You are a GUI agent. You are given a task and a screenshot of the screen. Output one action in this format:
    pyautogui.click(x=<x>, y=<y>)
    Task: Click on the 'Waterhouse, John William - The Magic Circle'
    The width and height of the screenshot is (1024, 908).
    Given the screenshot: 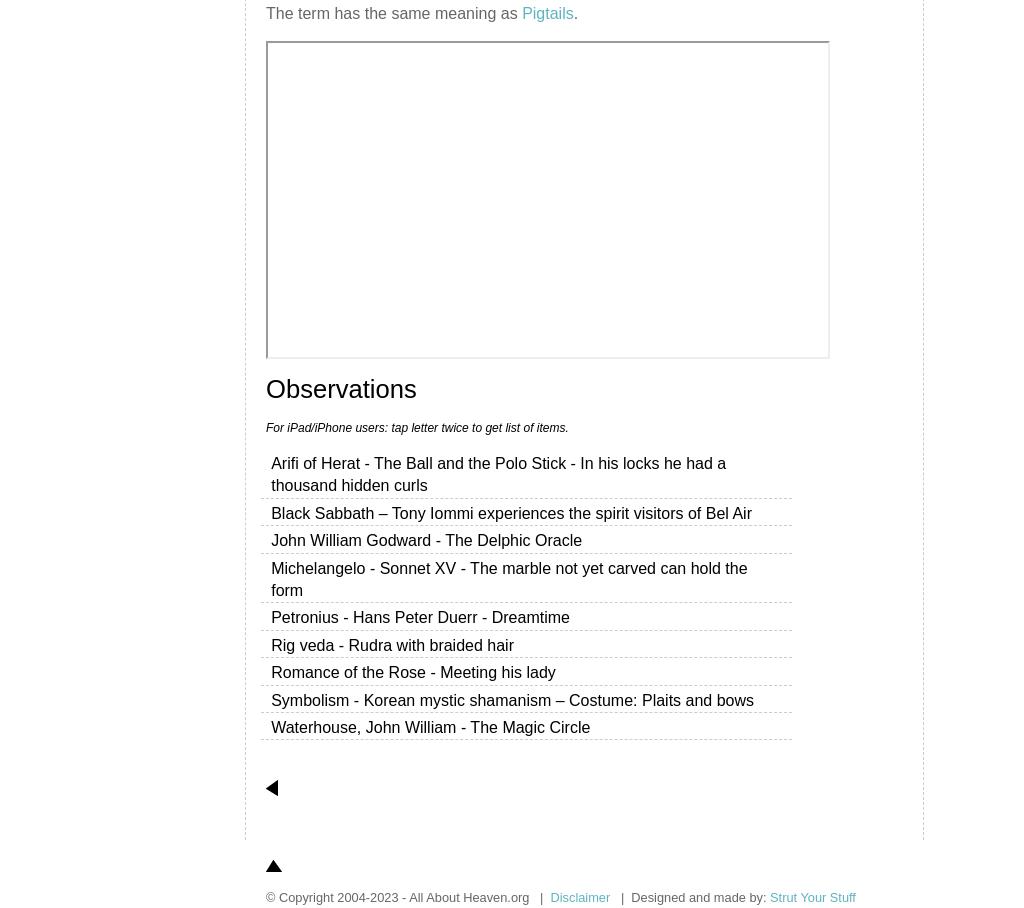 What is the action you would take?
    pyautogui.click(x=270, y=726)
    